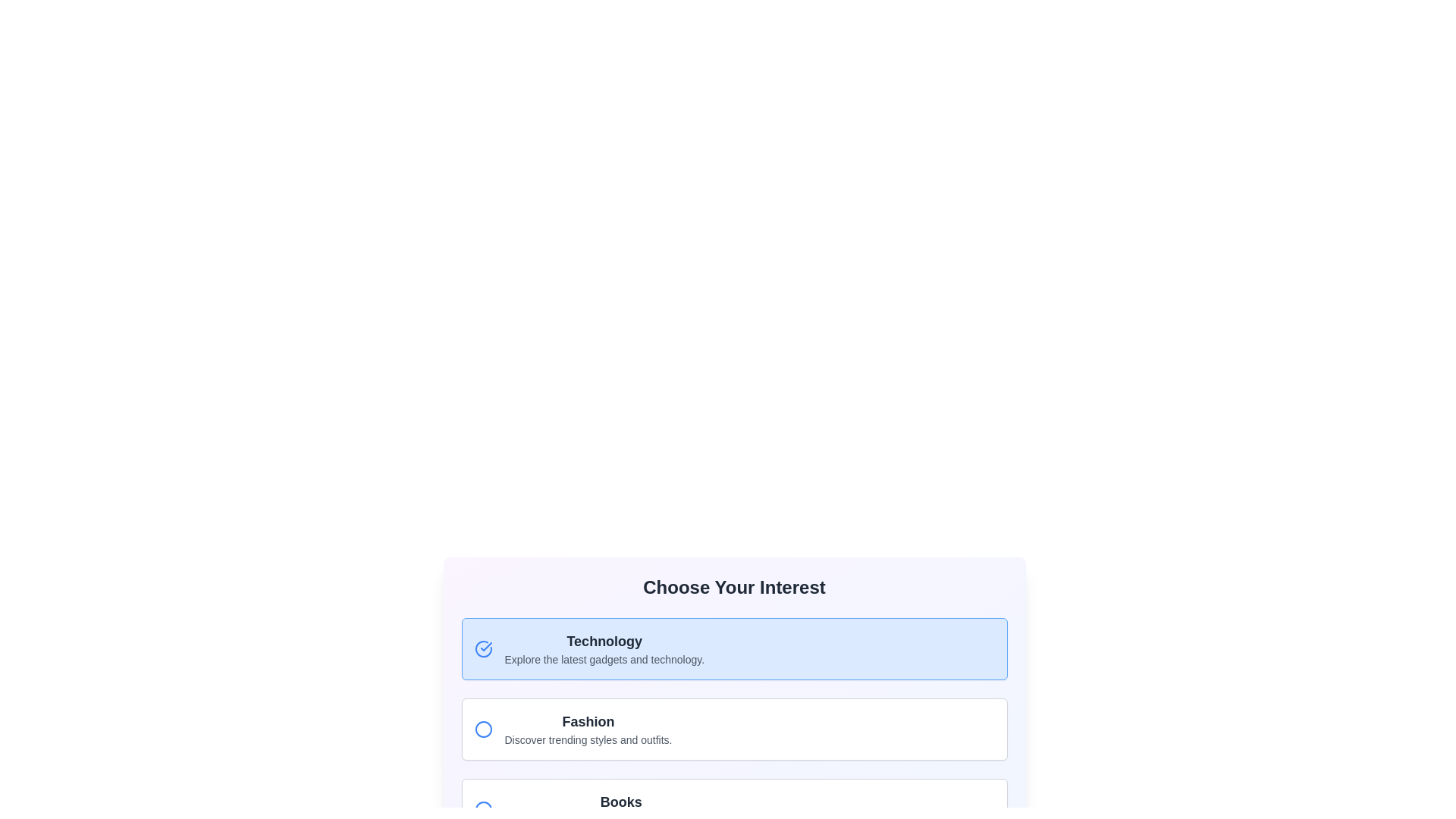 This screenshot has height=819, width=1456. I want to click on the Text Section with Title 'Fashion' and Subtitle 'Discover trending styles and outfits', so click(588, 728).